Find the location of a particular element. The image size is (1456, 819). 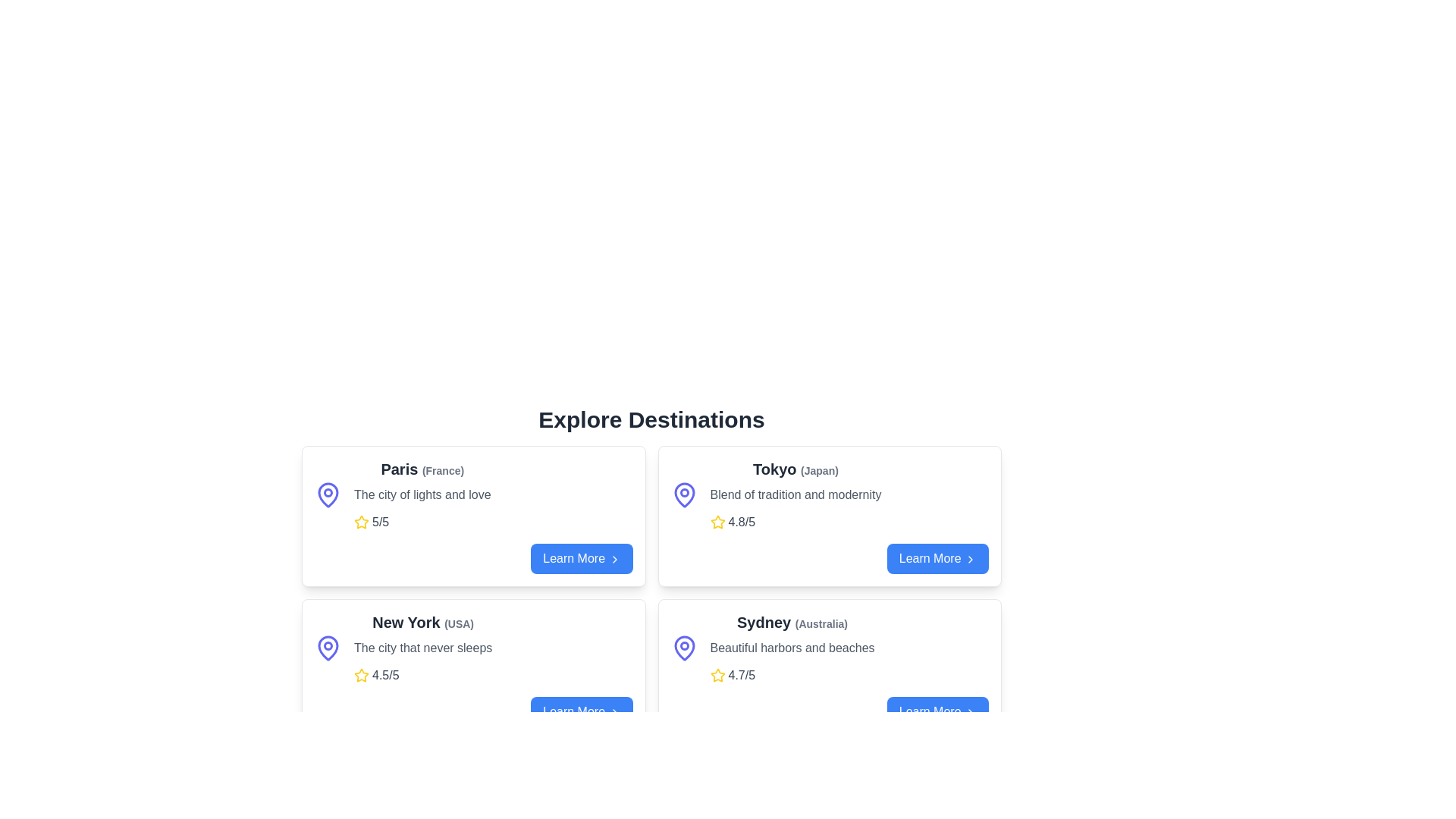

the filled star icon representing the rating for 'Tokyo (Japan)' in the 'Explore Destinations' section, located to the left of the rating text '4.8/5' is located at coordinates (717, 521).